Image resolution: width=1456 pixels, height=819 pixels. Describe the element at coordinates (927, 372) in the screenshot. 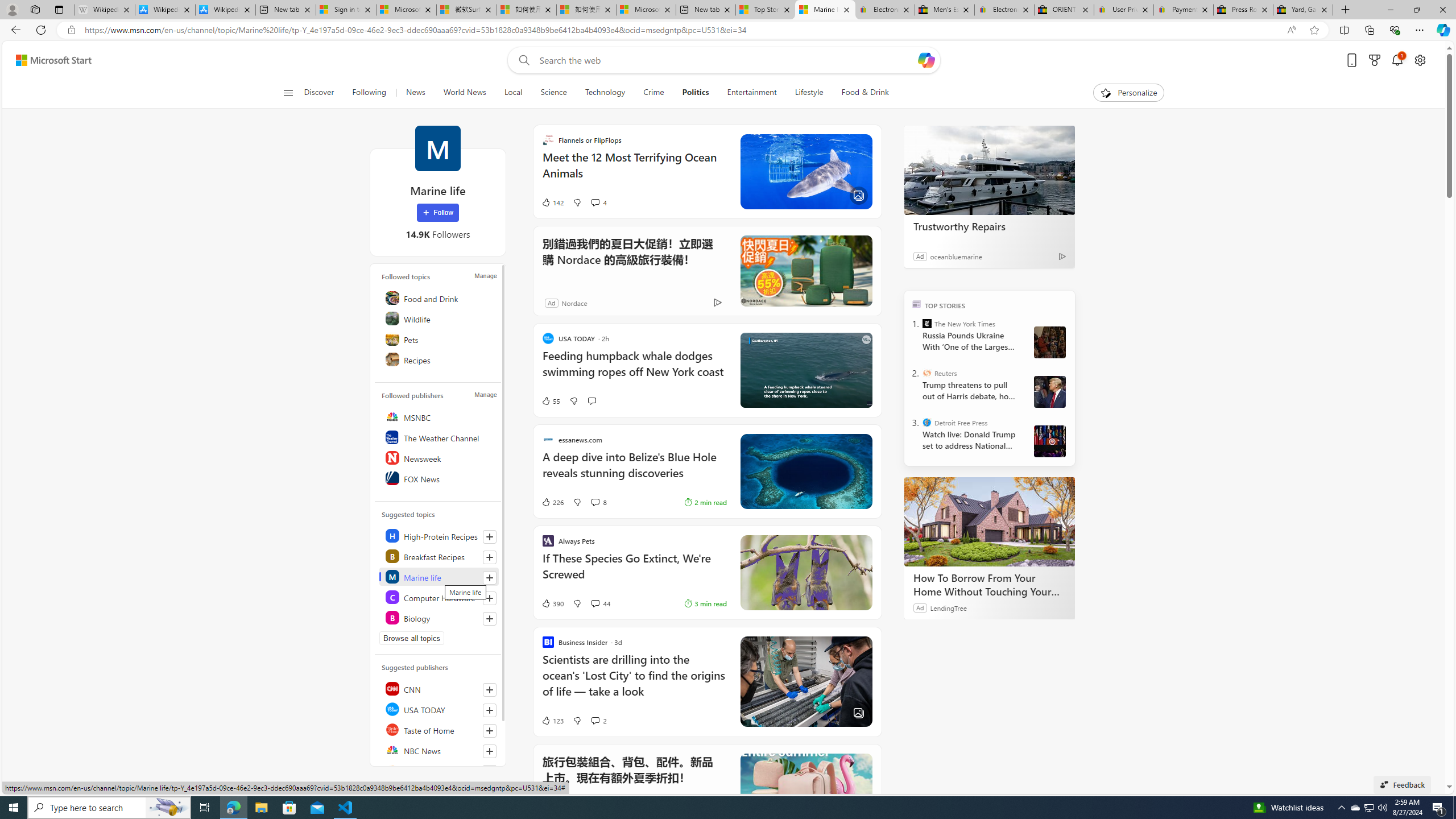

I see `'Reuters'` at that location.